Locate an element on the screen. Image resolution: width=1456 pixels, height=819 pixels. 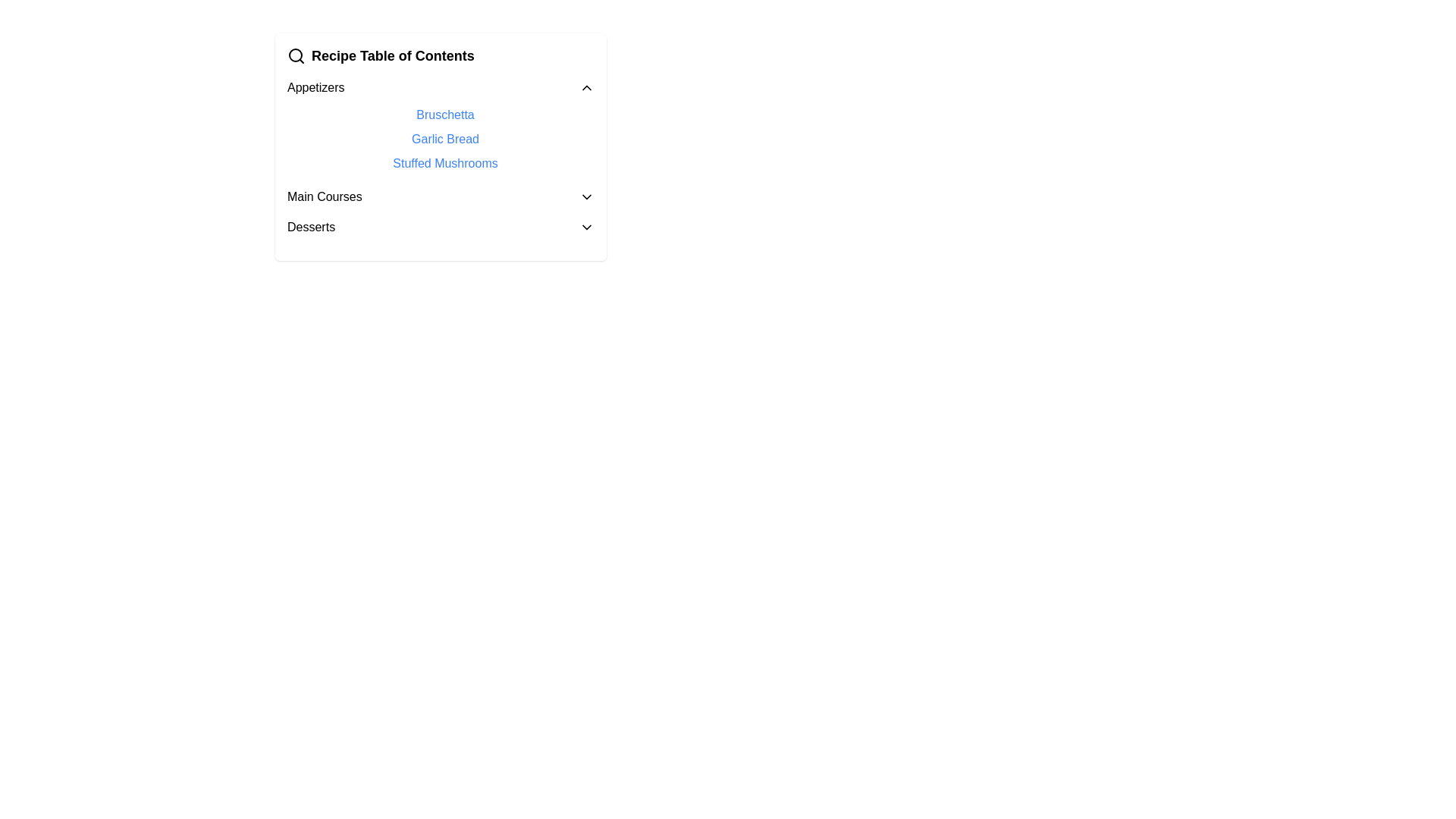
the Dropdown toggle icon located in the 'Recipe Table of Contents' panel to visually highlight it is located at coordinates (585, 196).